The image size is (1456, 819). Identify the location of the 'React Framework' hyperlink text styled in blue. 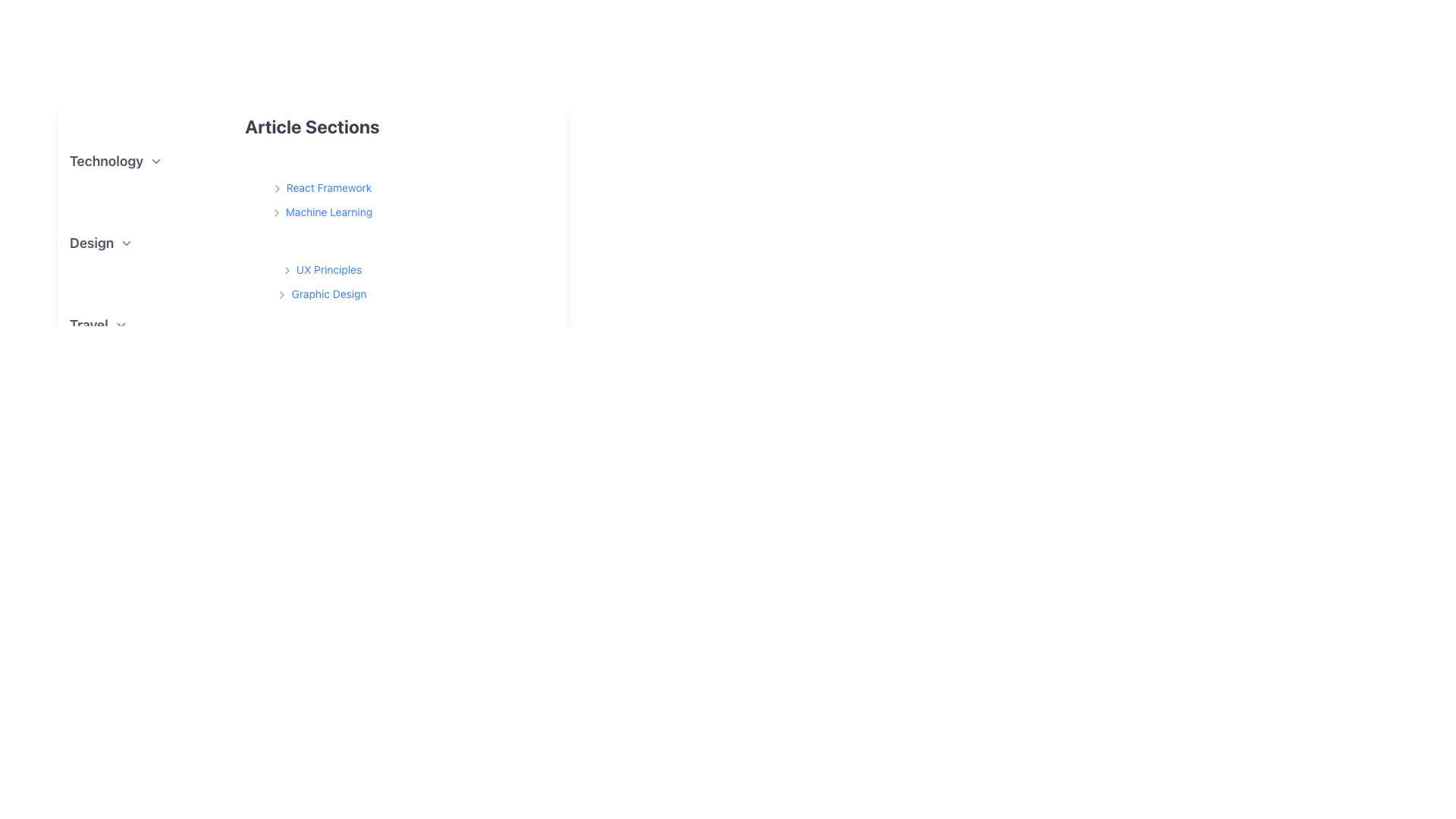
(320, 187).